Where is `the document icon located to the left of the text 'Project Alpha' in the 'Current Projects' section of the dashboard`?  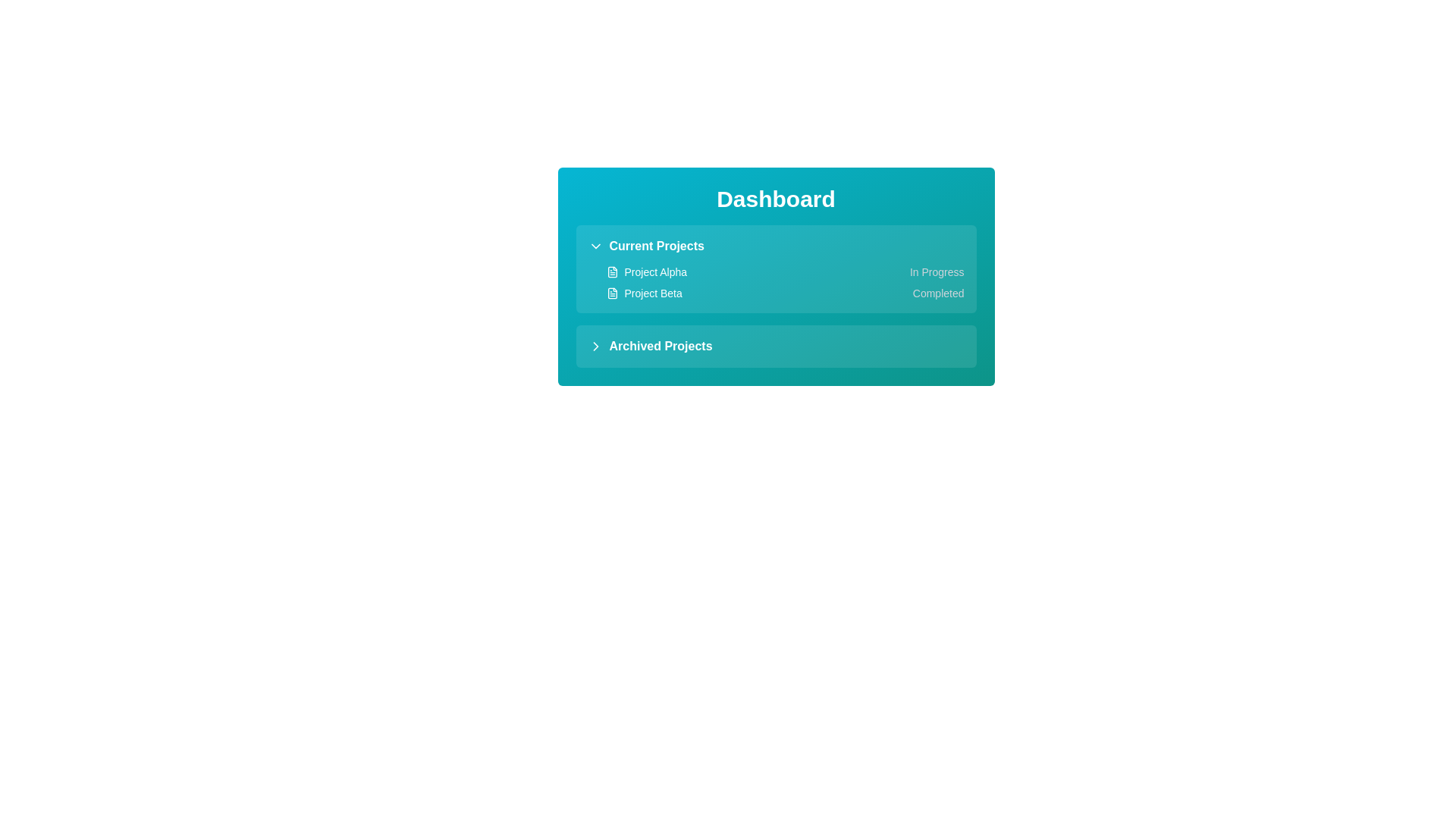 the document icon located to the left of the text 'Project Alpha' in the 'Current Projects' section of the dashboard is located at coordinates (612, 271).